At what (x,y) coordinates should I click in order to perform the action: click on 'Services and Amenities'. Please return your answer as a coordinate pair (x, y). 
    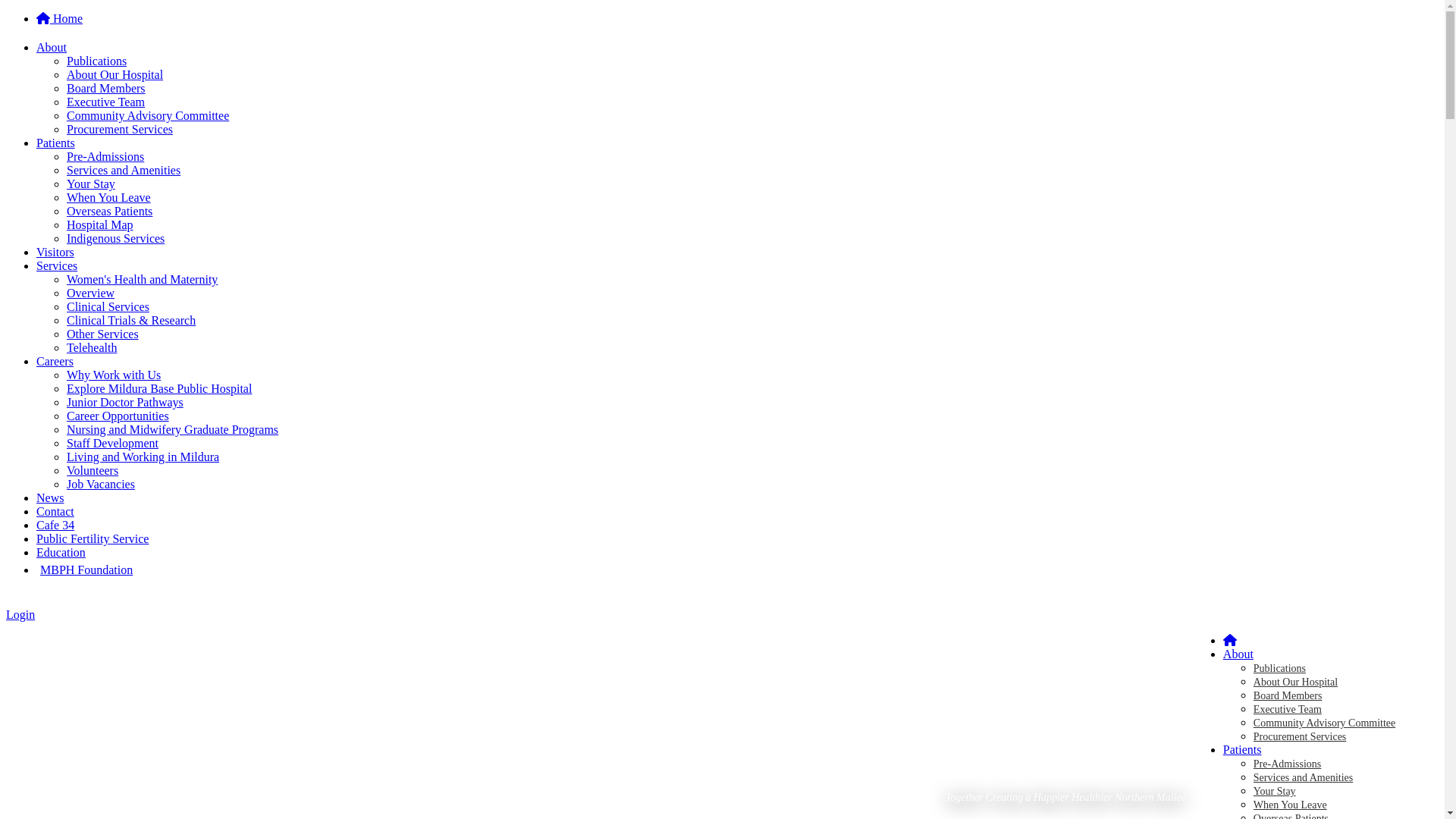
    Looking at the image, I should click on (124, 170).